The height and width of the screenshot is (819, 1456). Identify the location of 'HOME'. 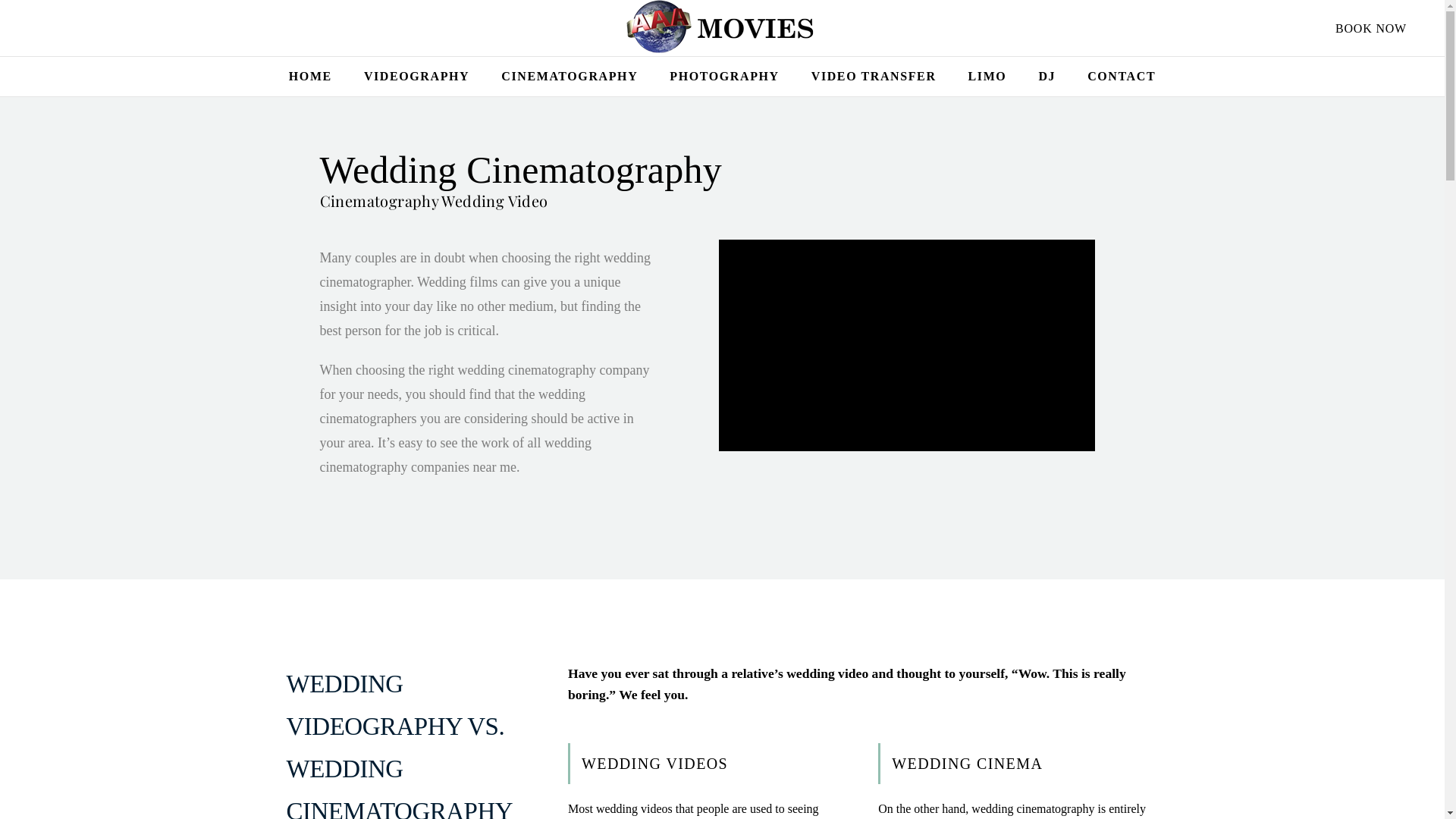
(309, 76).